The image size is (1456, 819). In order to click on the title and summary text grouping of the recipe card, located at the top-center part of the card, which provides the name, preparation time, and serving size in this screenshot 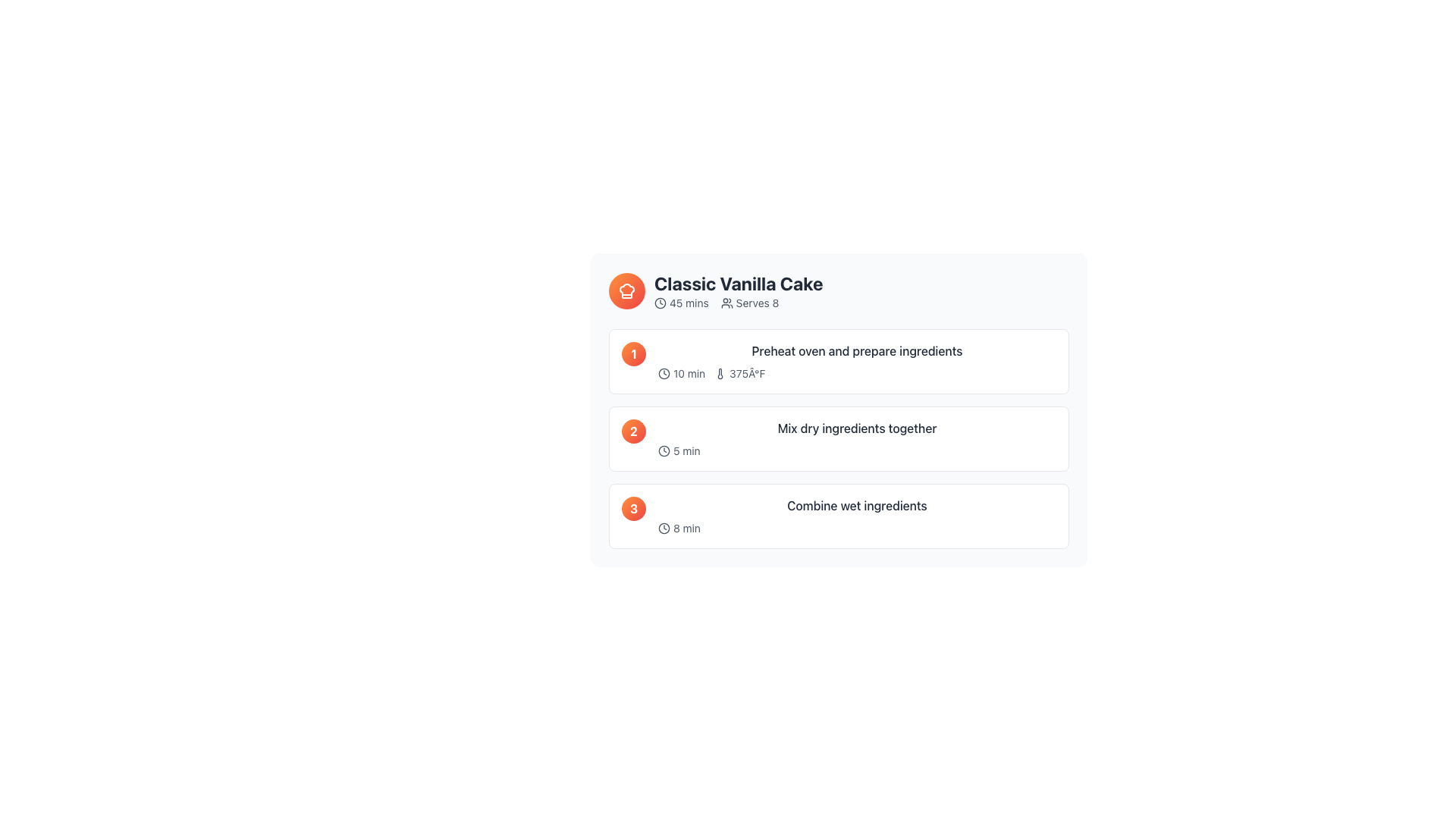, I will do `click(739, 291)`.